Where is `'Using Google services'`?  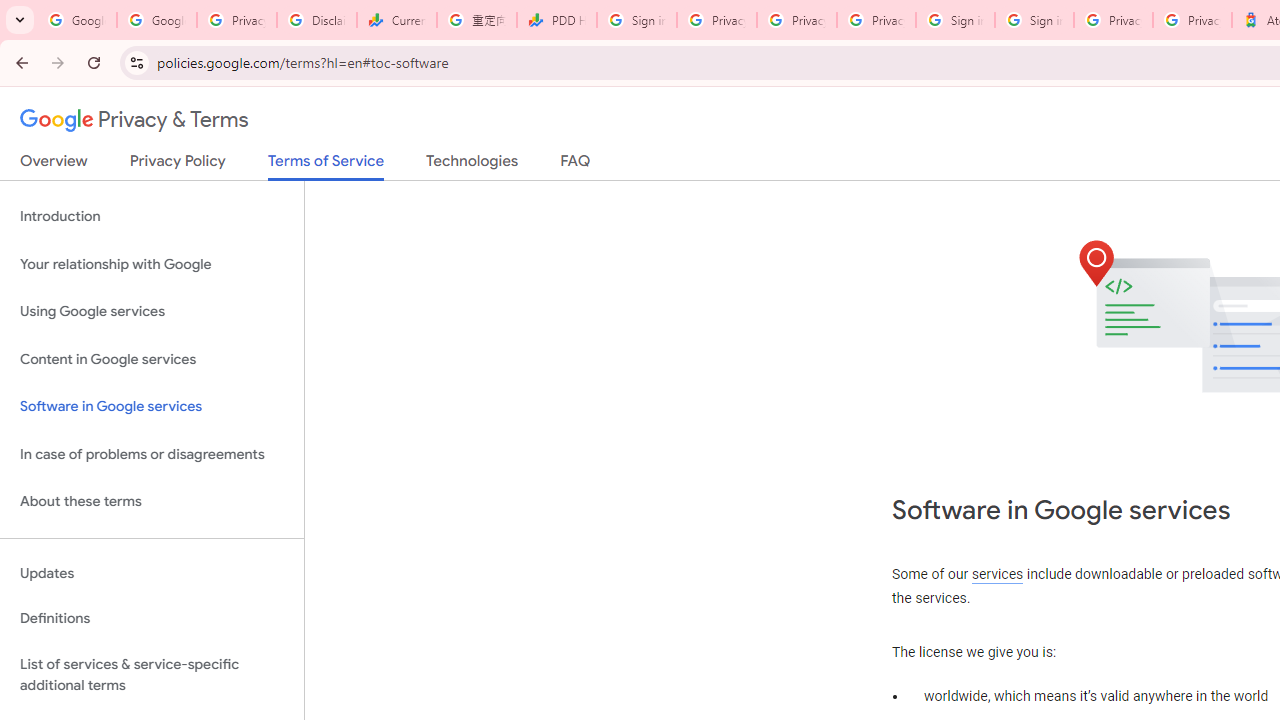
'Using Google services' is located at coordinates (151, 312).